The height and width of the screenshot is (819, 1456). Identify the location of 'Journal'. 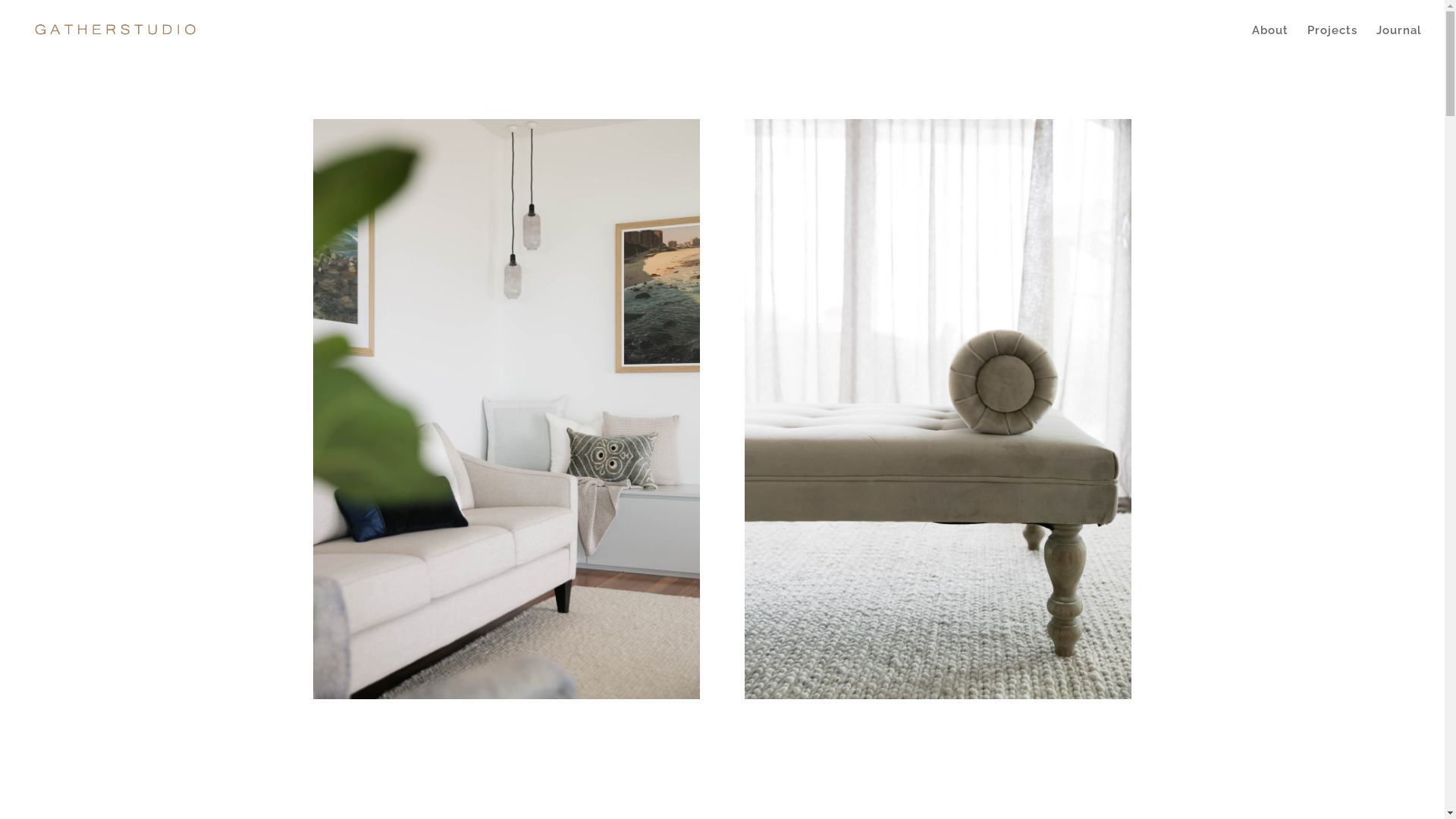
(1398, 42).